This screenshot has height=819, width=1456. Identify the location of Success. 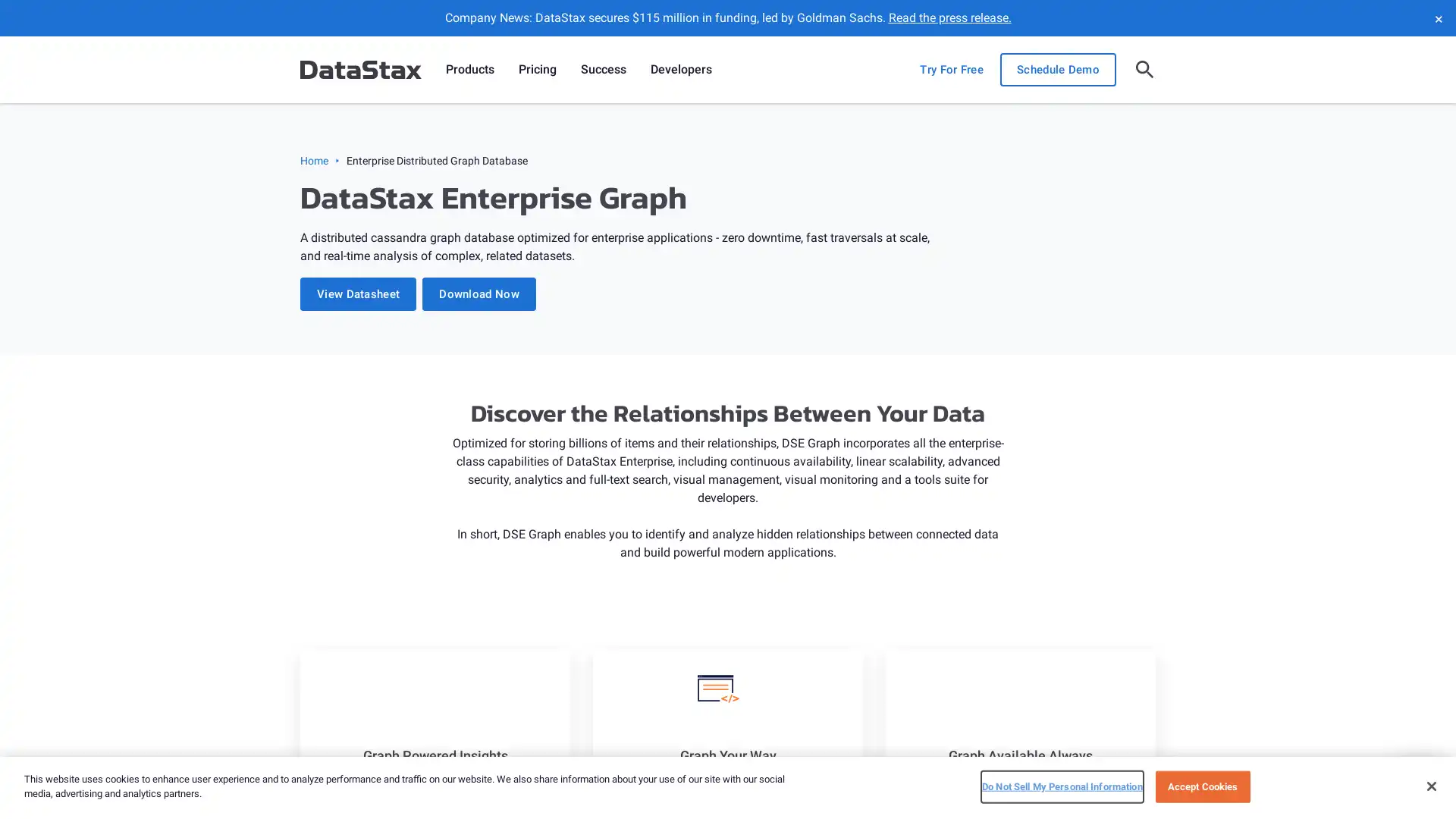
(603, 70).